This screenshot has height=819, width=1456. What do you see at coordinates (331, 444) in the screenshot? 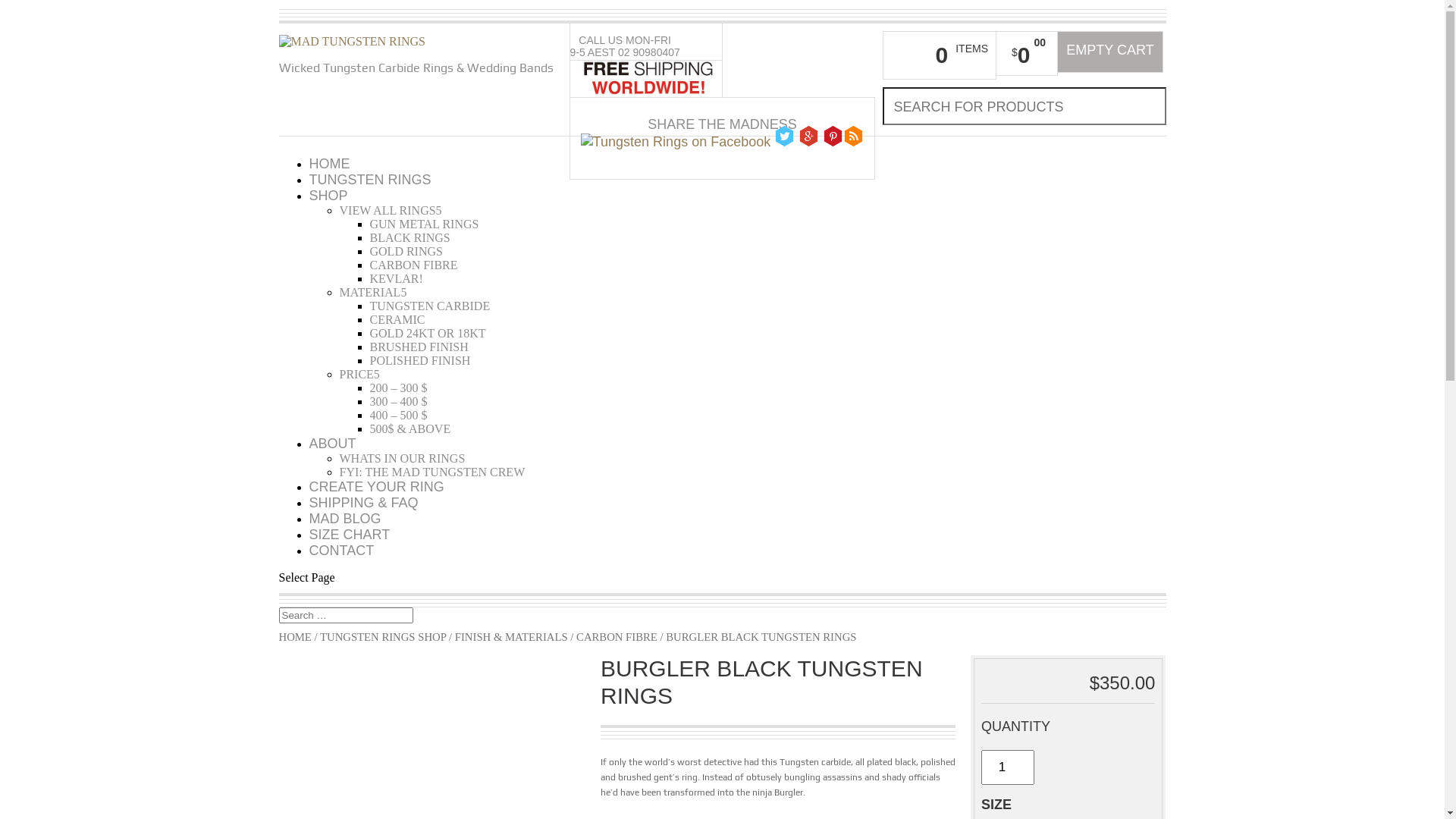
I see `'ABOUT'` at bounding box center [331, 444].